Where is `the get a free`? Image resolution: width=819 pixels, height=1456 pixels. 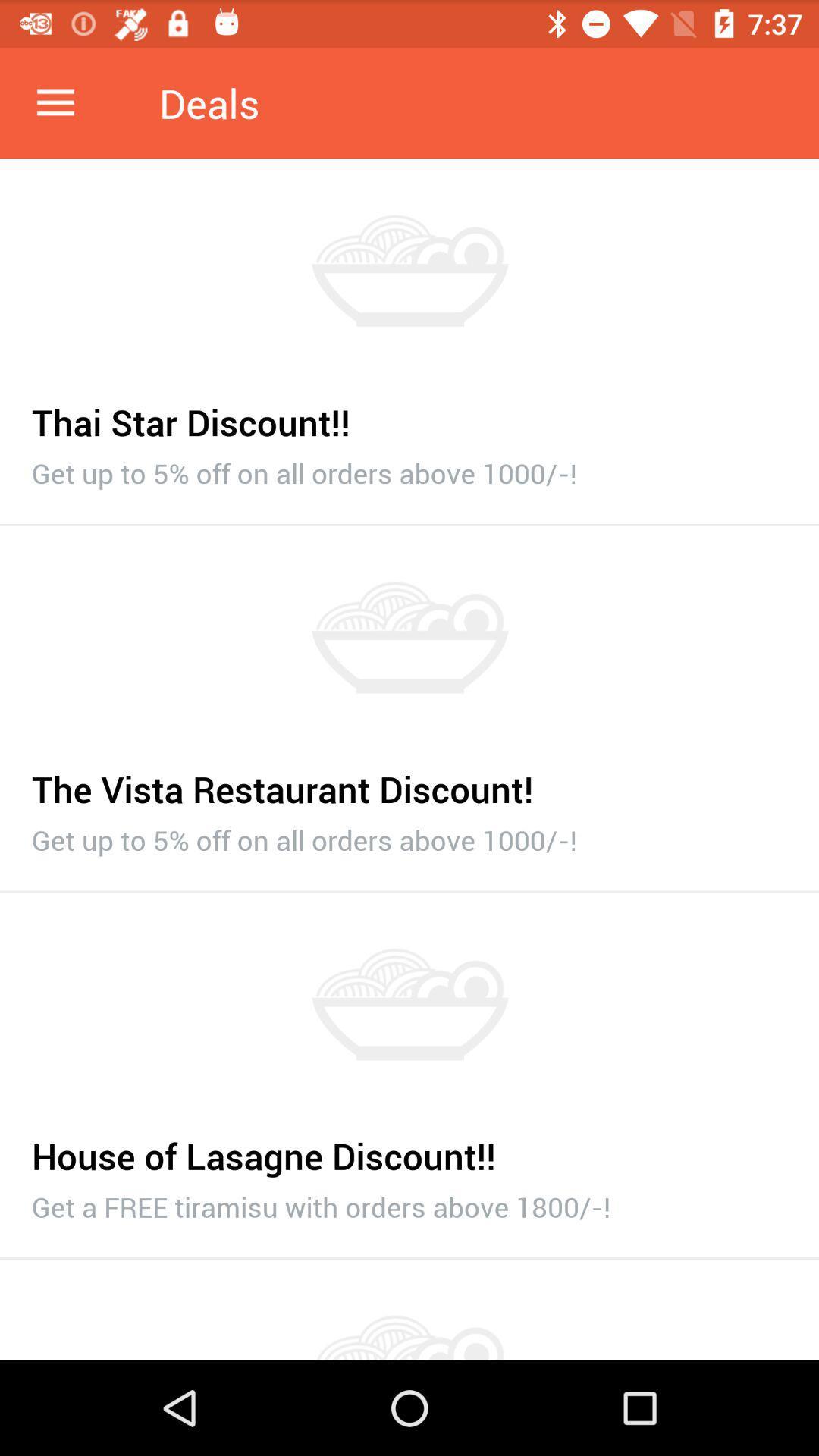 the get a free is located at coordinates (409, 1202).